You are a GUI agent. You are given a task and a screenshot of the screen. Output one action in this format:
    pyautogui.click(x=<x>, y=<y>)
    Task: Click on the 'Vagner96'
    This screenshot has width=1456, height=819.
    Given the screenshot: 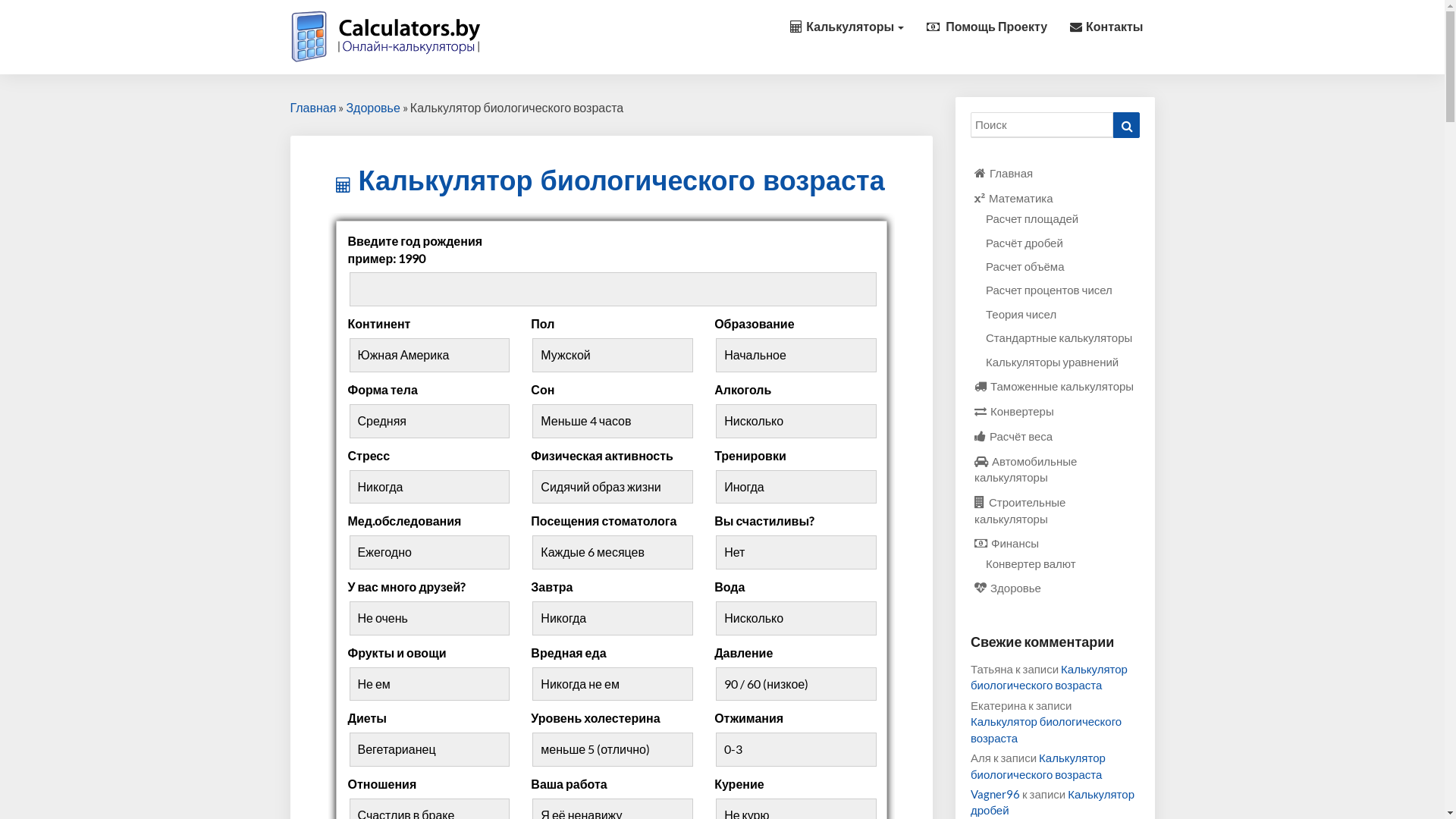 What is the action you would take?
    pyautogui.click(x=995, y=792)
    